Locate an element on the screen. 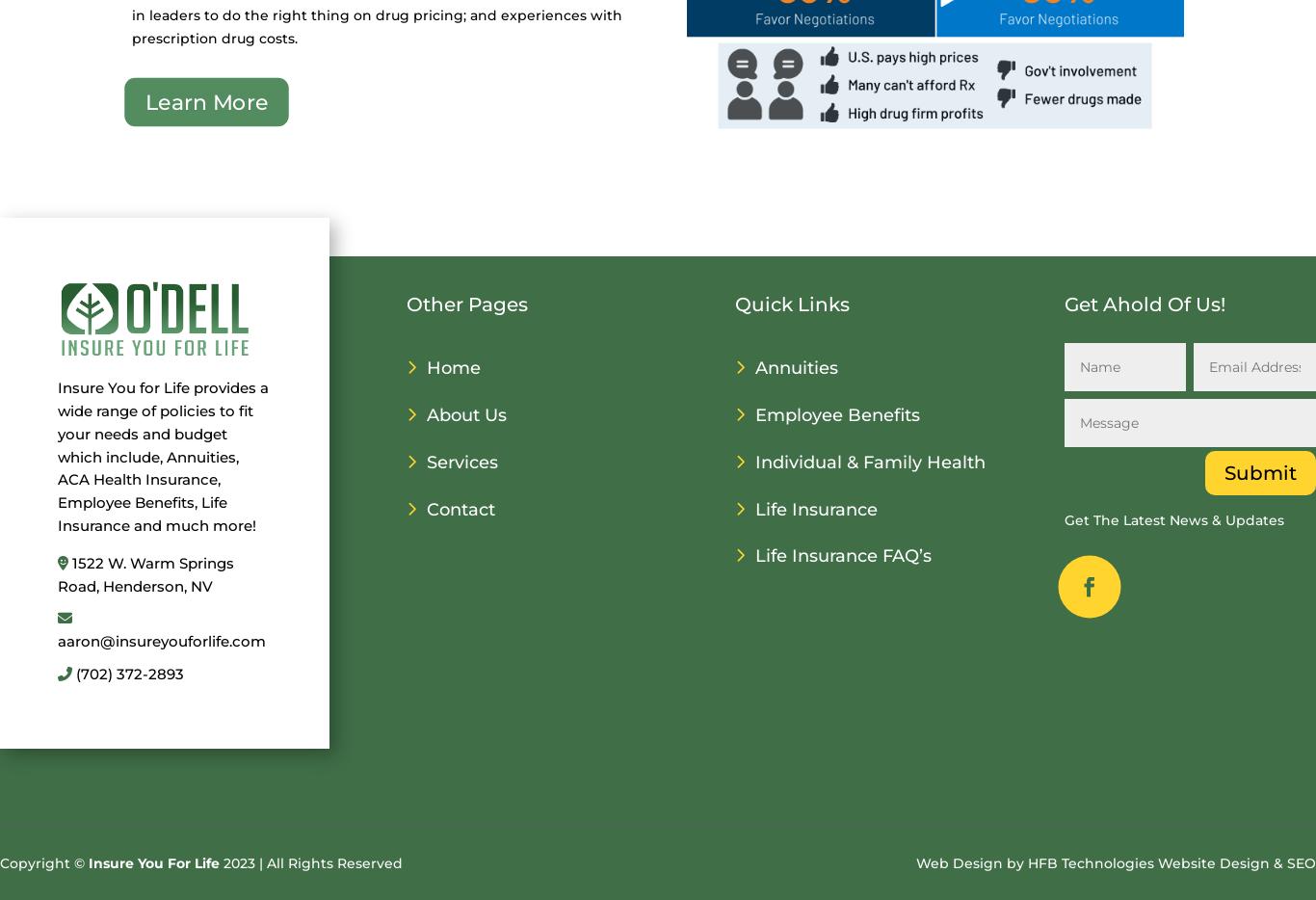 Image resolution: width=1316 pixels, height=900 pixels. 'Copyright ©' is located at coordinates (0, 862).